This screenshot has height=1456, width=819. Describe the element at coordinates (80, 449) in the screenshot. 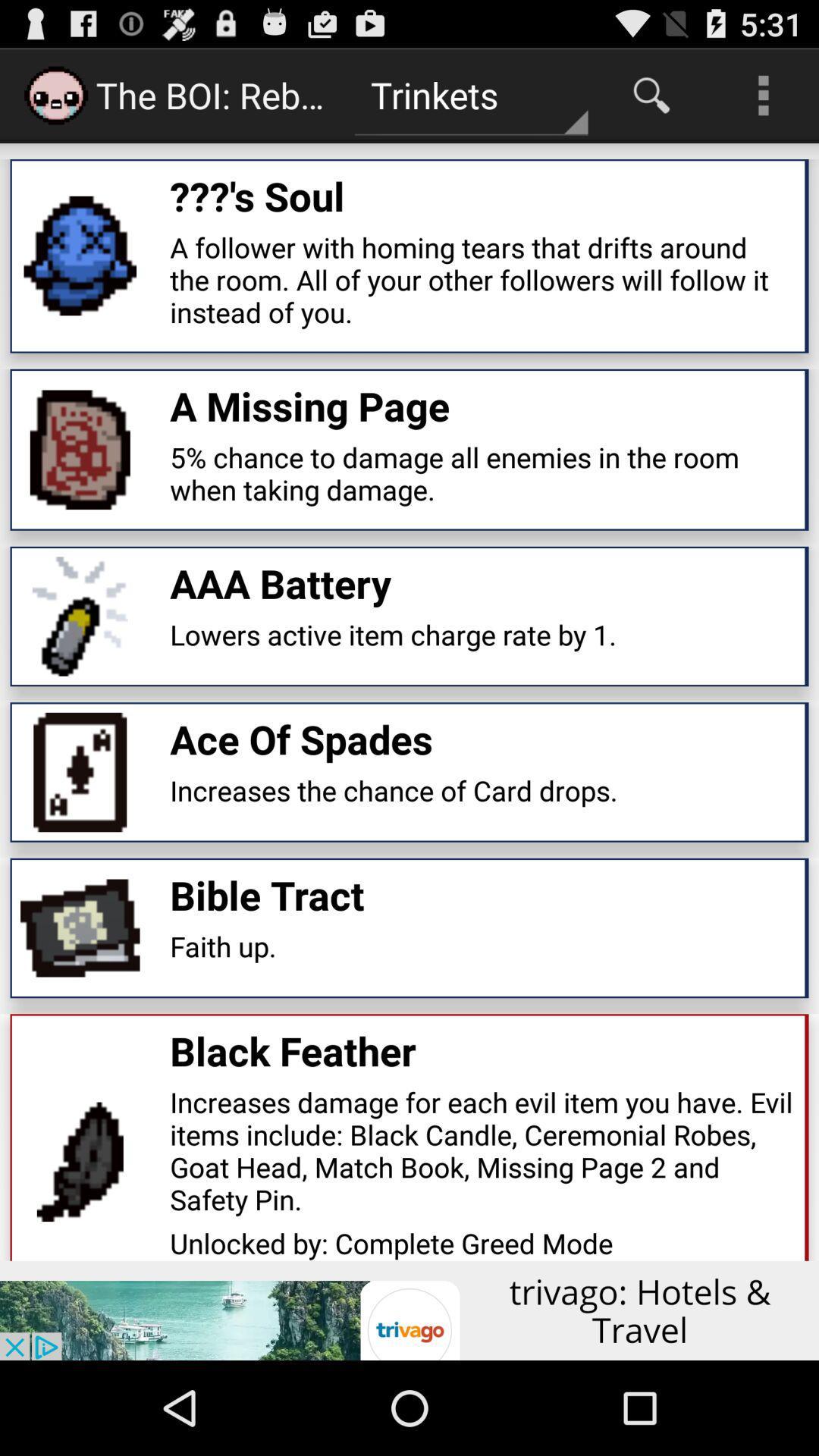

I see `the small image which is on the left side of a missing page` at that location.